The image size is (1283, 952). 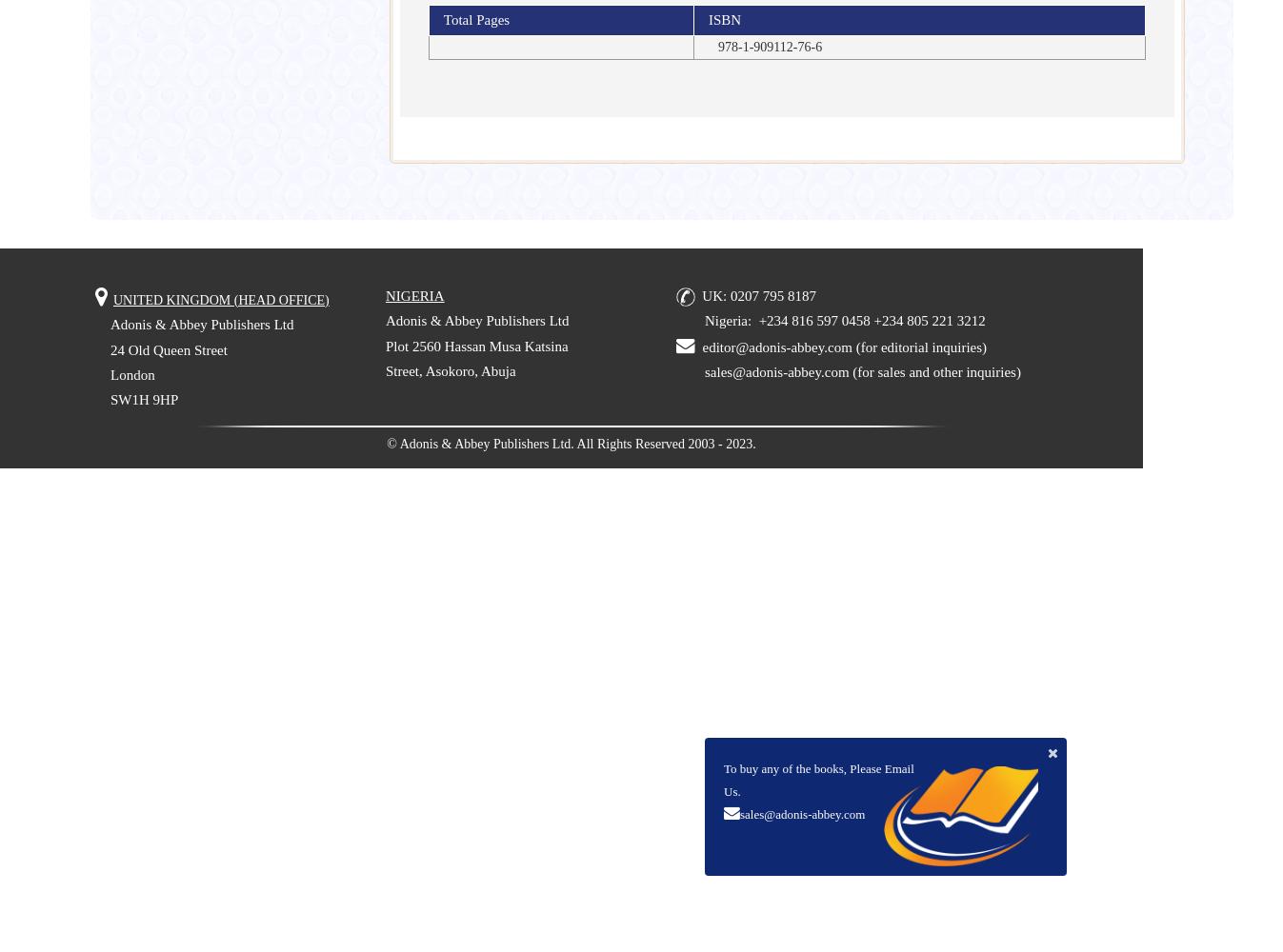 What do you see at coordinates (758, 295) in the screenshot?
I see `'UK: 0207 795 8187'` at bounding box center [758, 295].